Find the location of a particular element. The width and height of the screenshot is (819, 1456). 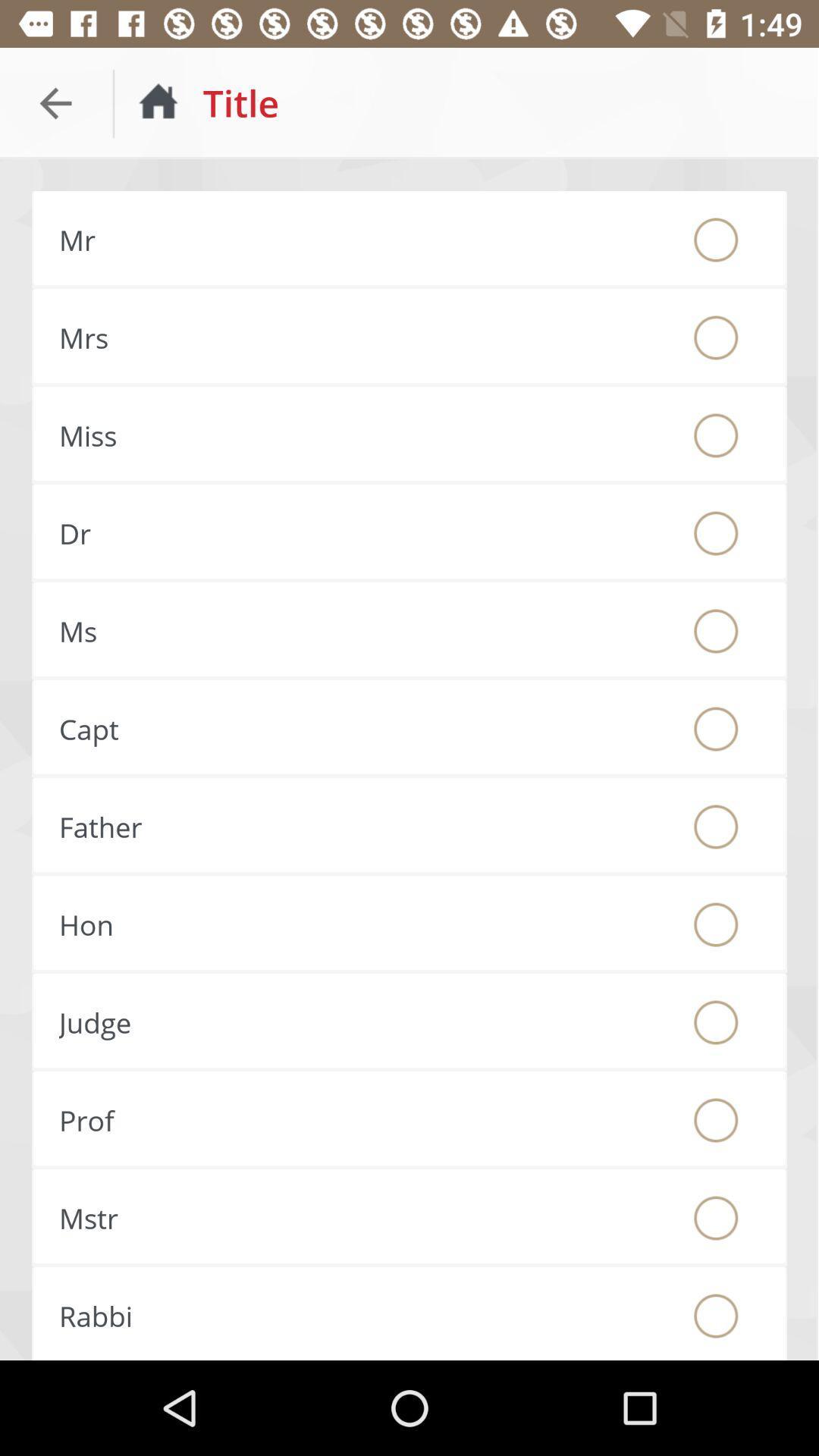

dr. title is located at coordinates (716, 533).